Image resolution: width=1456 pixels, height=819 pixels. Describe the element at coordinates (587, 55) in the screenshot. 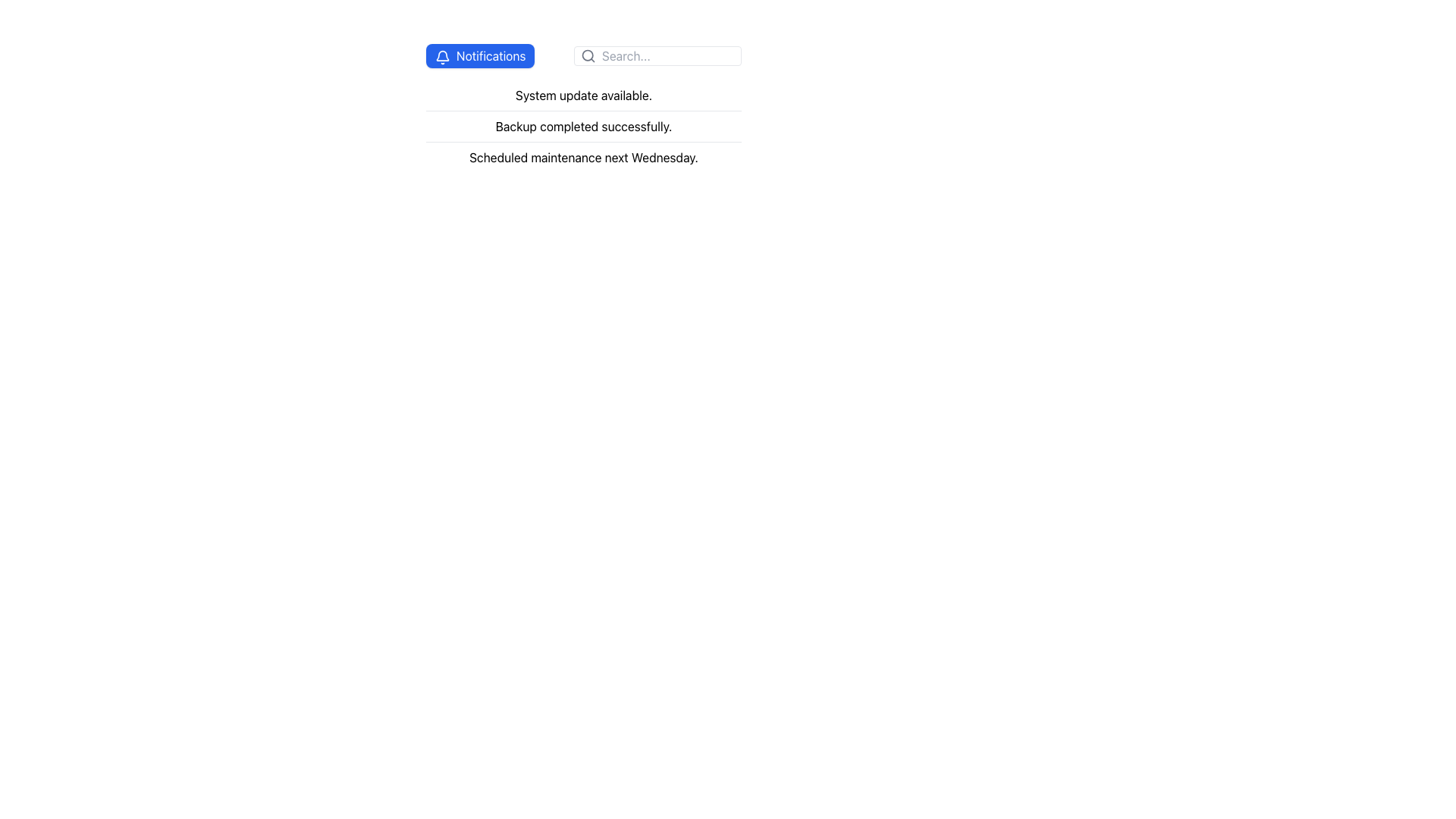

I see `the circle element that represents the lens portion of the magnifying glass icon located near the top right above the notifications list` at that location.